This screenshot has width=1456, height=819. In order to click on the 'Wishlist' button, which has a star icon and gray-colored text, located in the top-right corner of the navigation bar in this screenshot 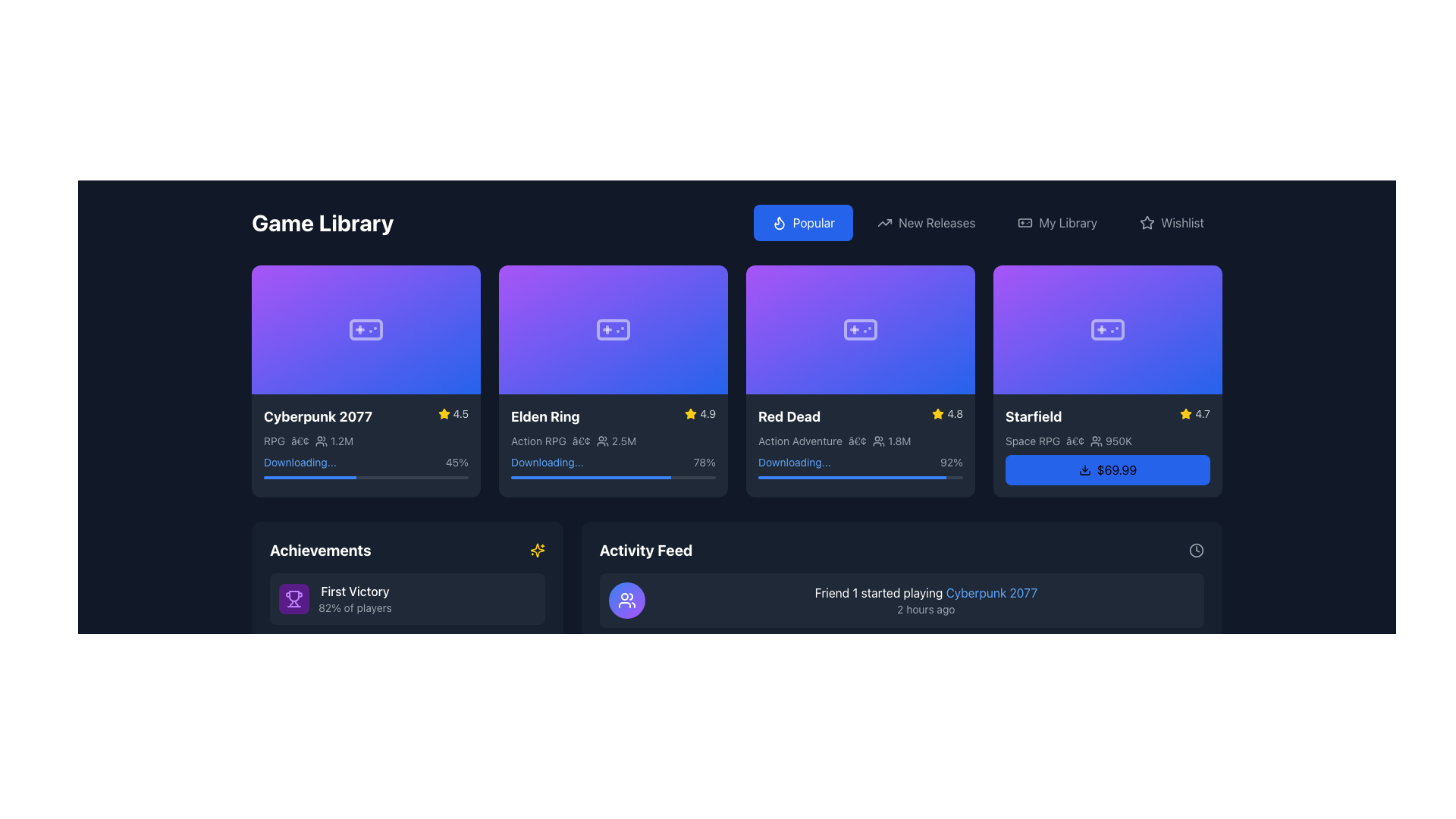, I will do `click(1171, 222)`.